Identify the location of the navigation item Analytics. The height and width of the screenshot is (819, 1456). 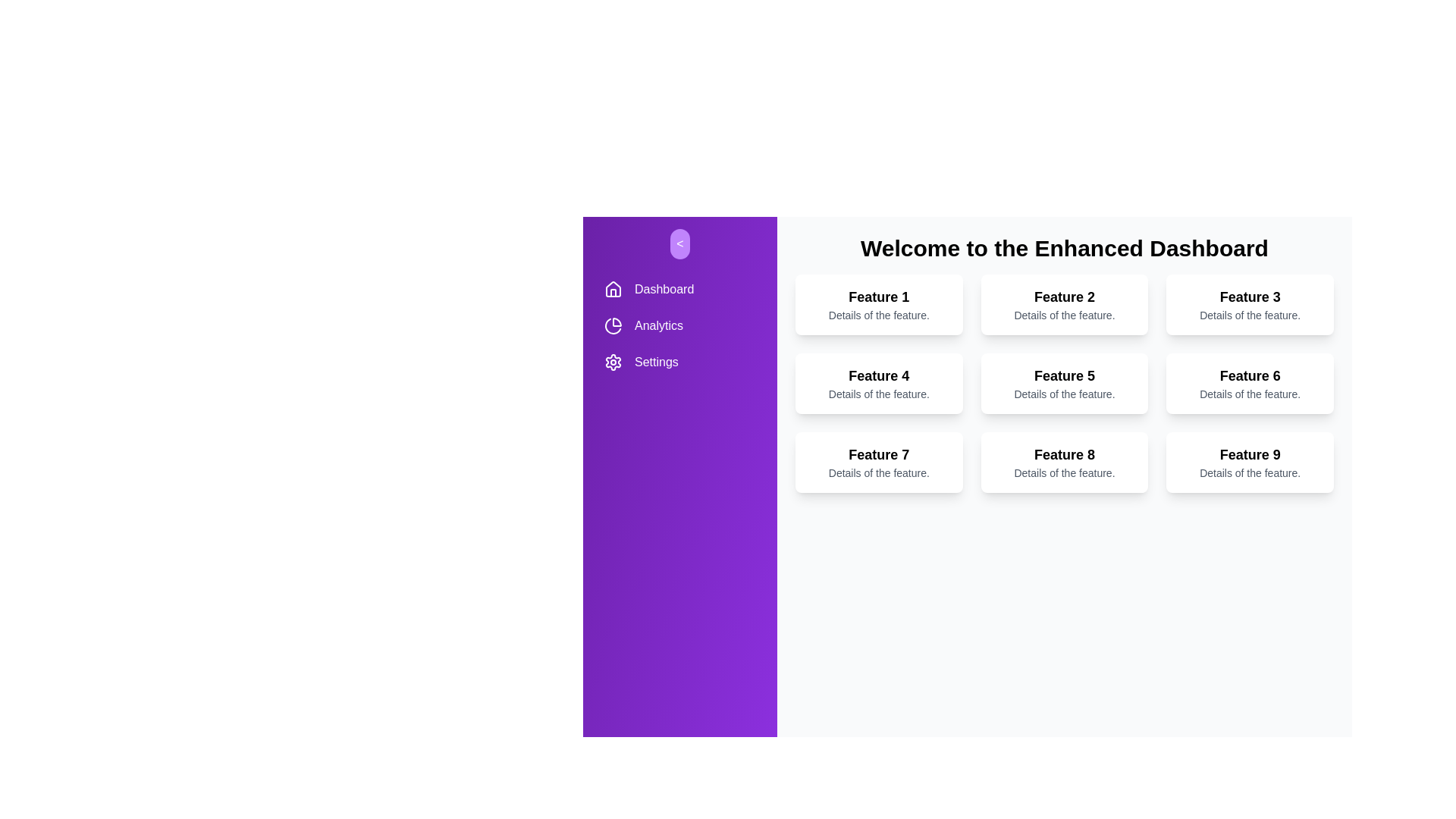
(679, 325).